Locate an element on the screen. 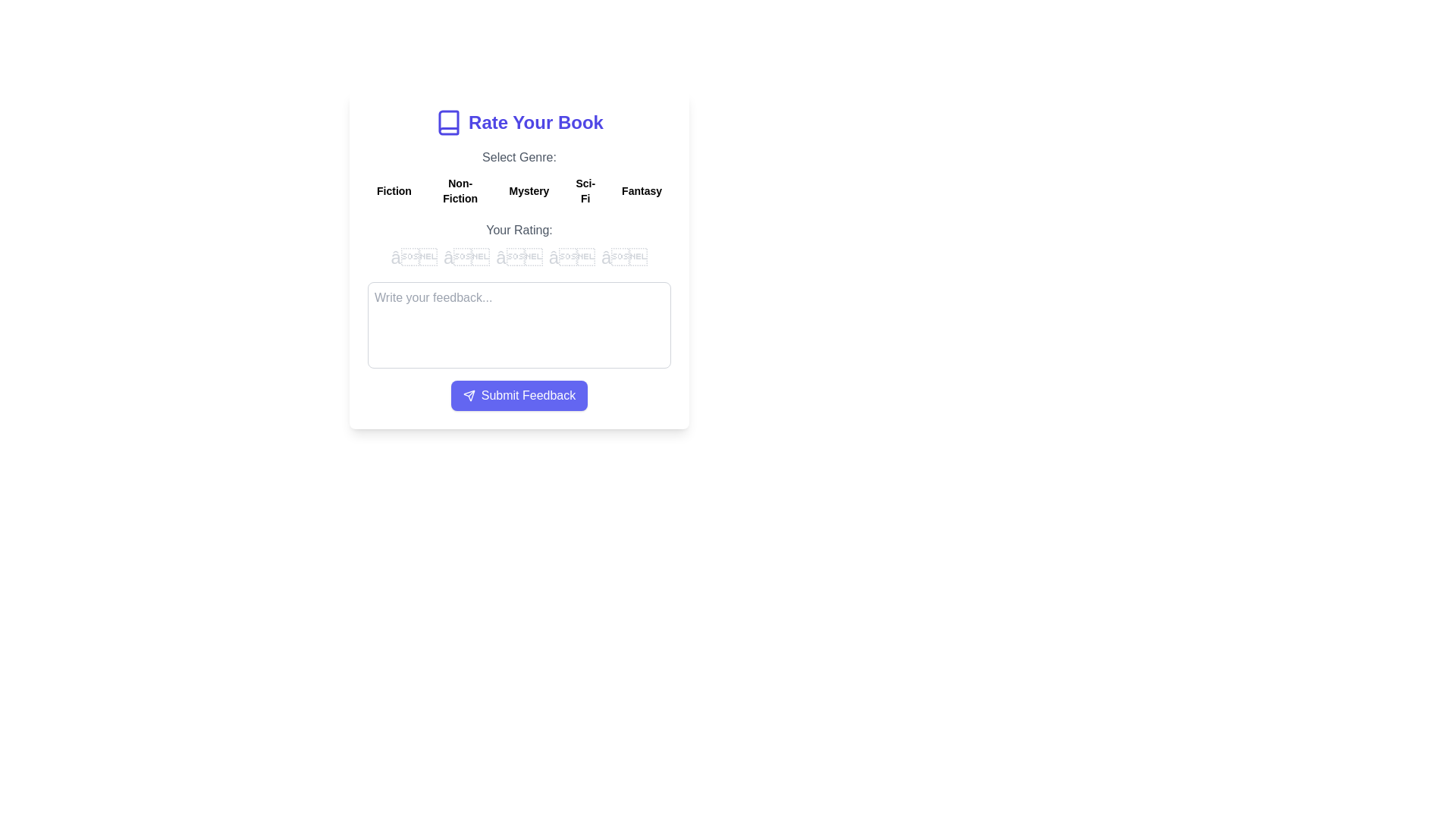 Image resolution: width=1456 pixels, height=819 pixels. the first star of the interactive star-based rating selector labeled 'Your Rating:' is located at coordinates (519, 245).